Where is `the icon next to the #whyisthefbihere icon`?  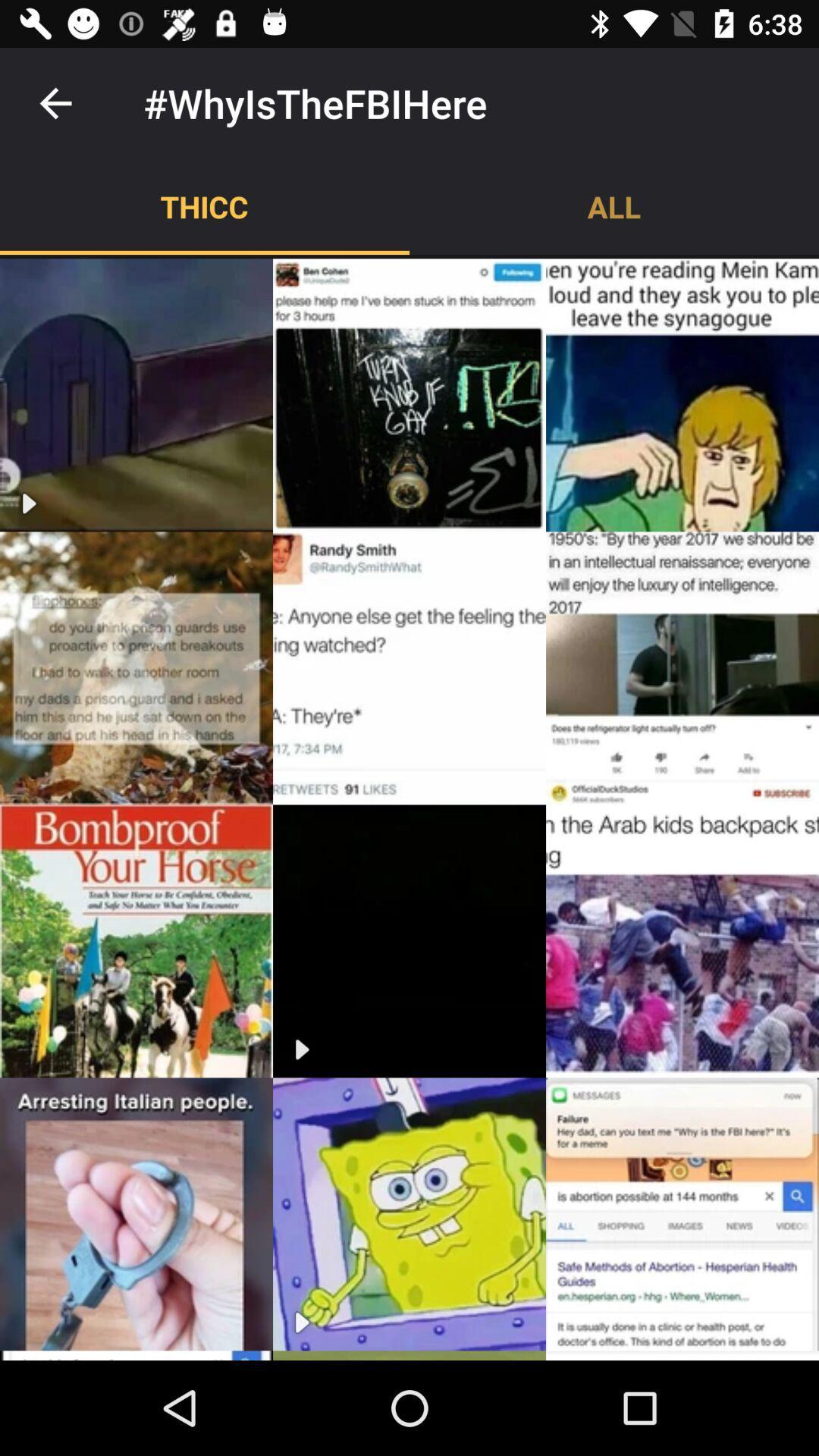 the icon next to the #whyisthefbihere icon is located at coordinates (55, 102).